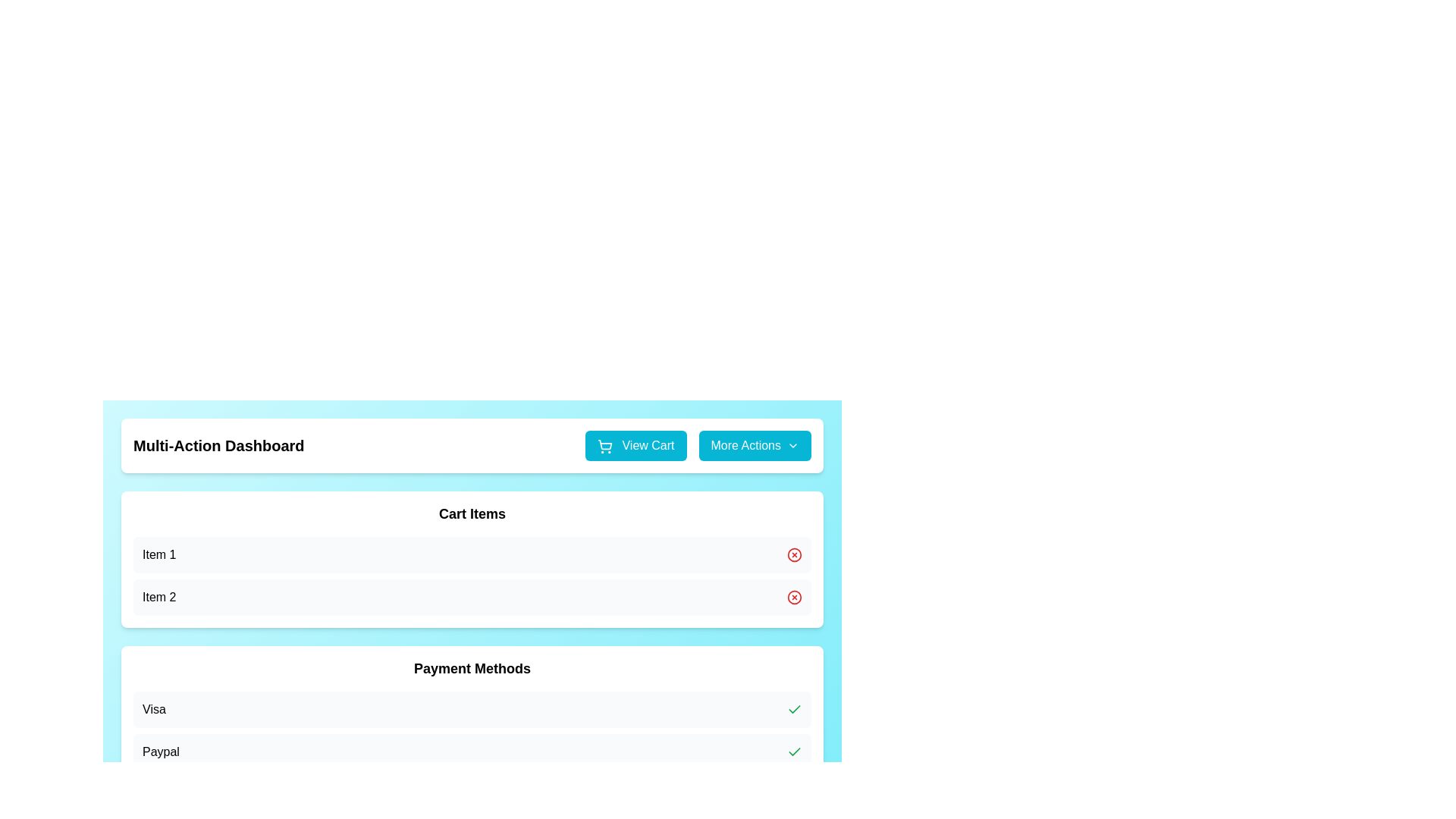 This screenshot has width=1456, height=819. I want to click on the shopping cart icon, which is a minimalistic graphical representation located towards the top-right corner of the interface, adjacent to the 'View Cart' button, so click(604, 444).